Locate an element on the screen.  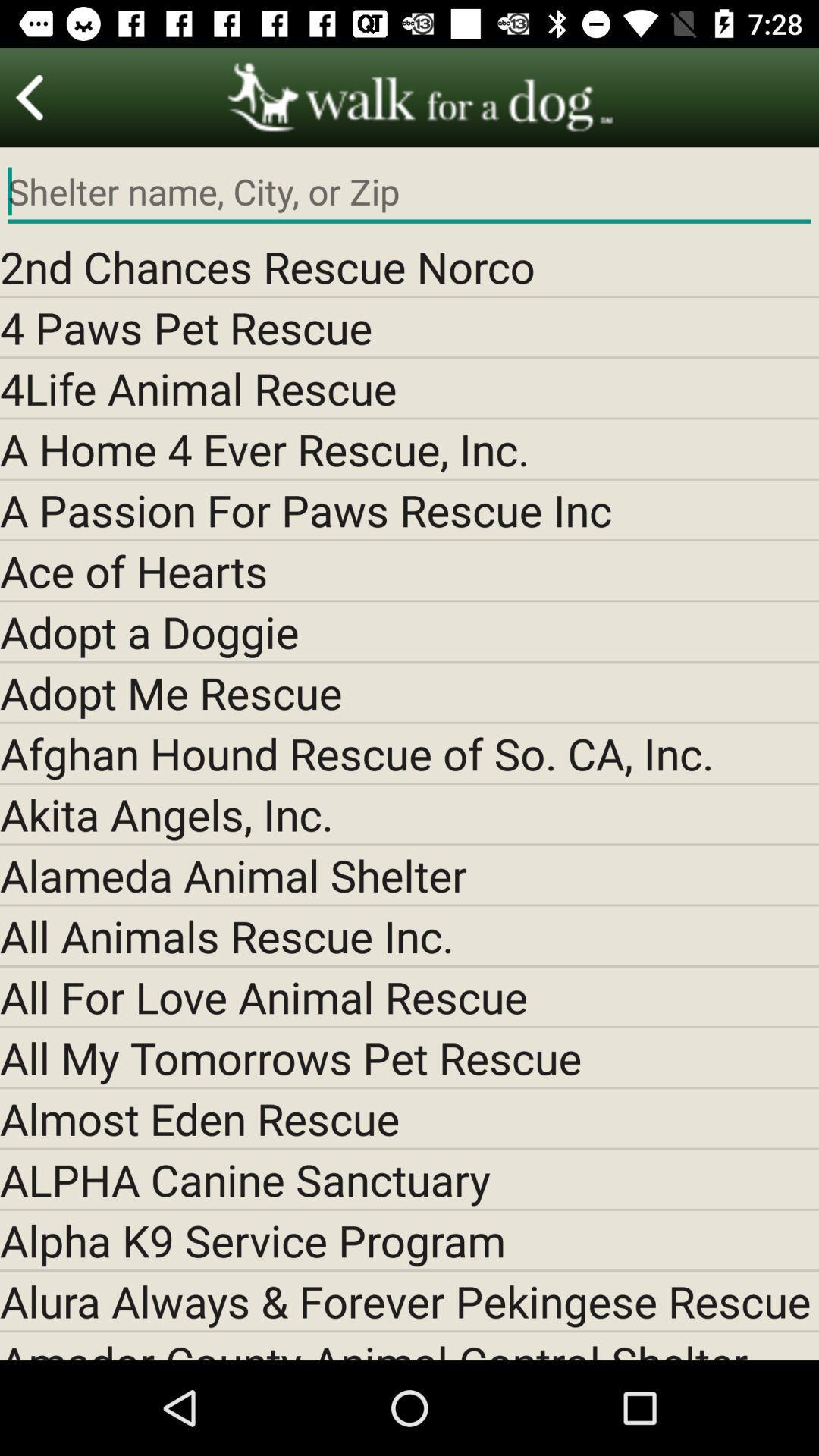
search is located at coordinates (409, 191).